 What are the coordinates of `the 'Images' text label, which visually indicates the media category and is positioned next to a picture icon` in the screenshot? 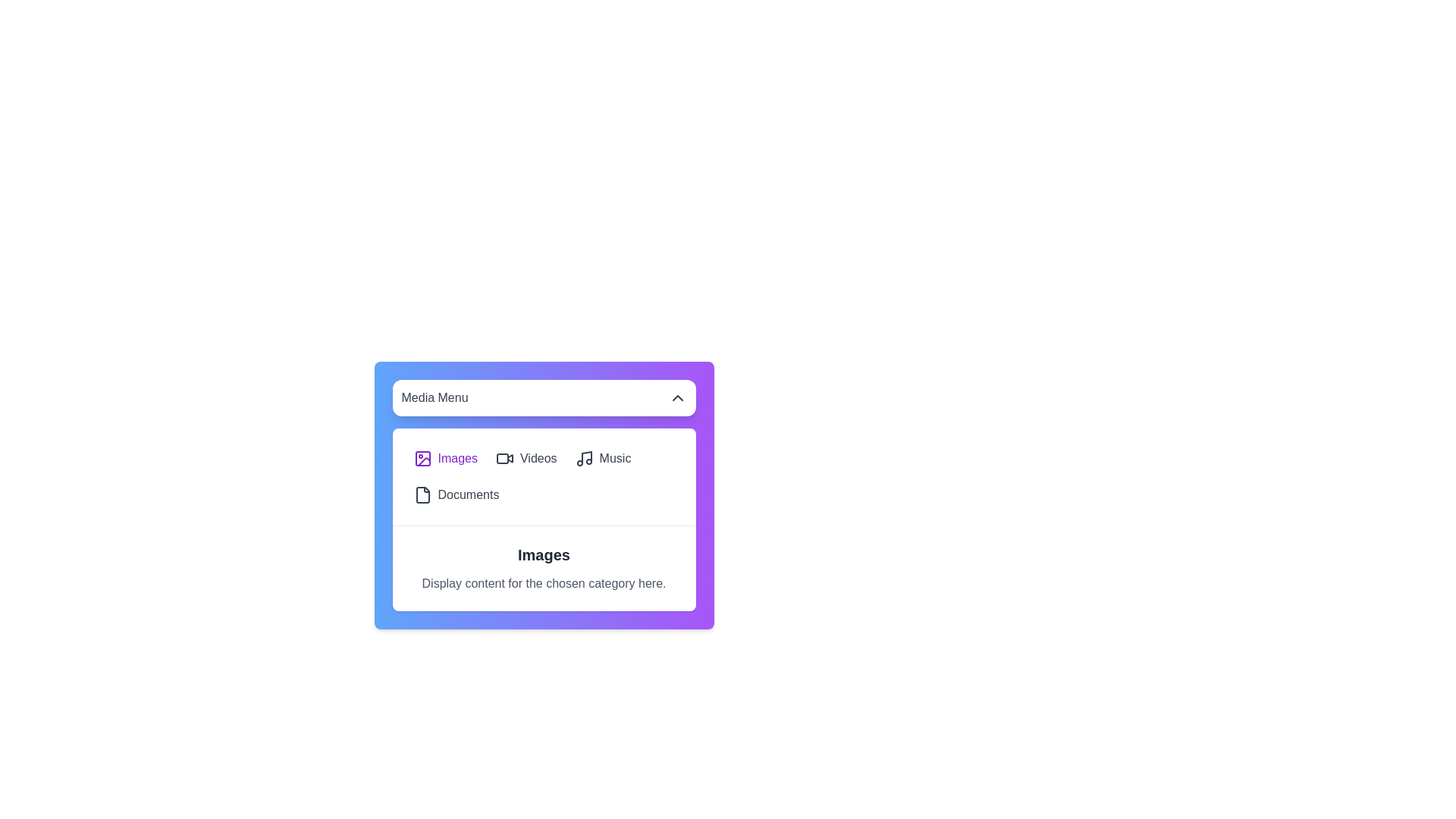 It's located at (457, 458).